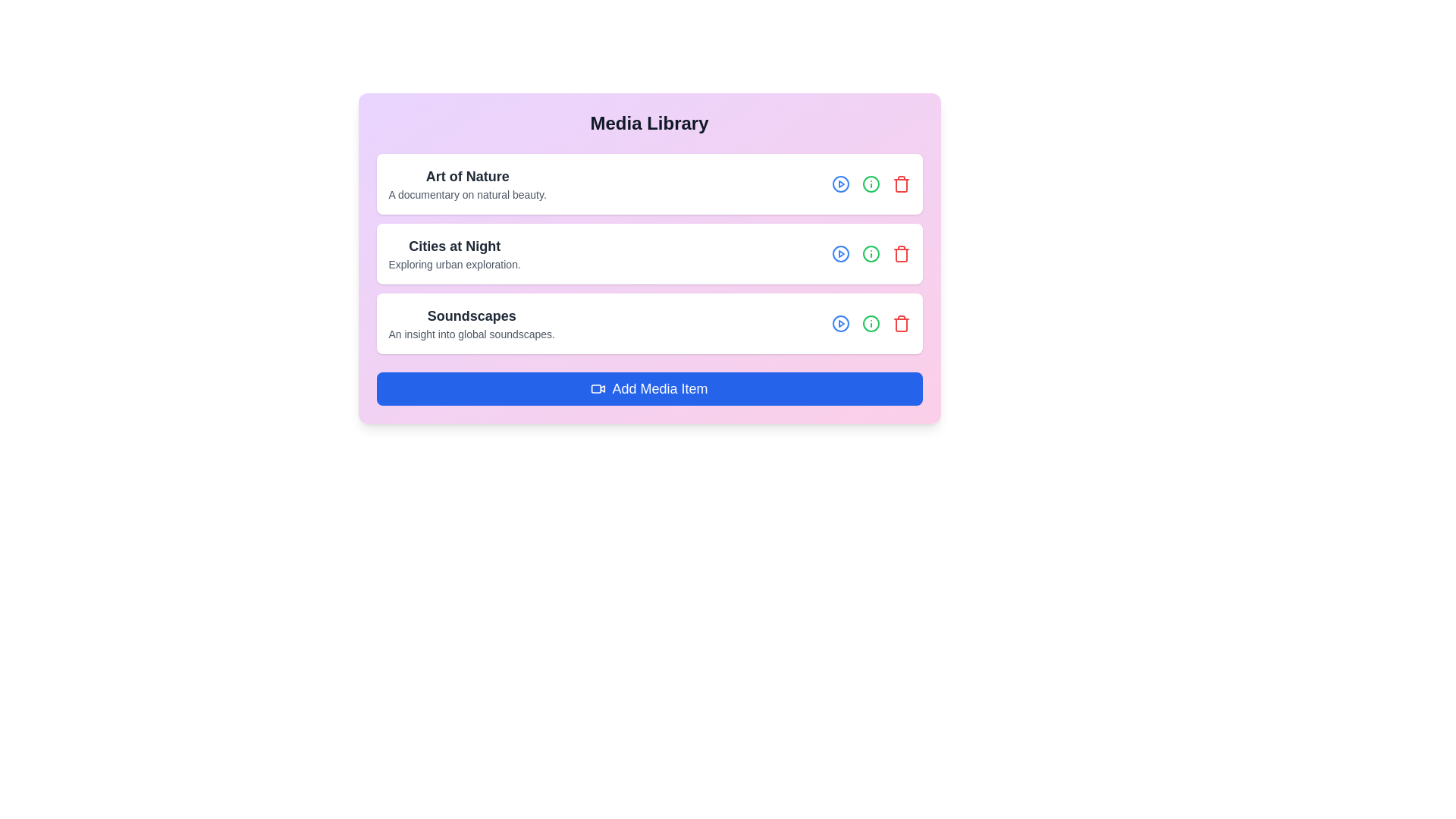 This screenshot has width=1456, height=819. I want to click on trash icon for the media item titled Cities at Night to remove it, so click(901, 253).